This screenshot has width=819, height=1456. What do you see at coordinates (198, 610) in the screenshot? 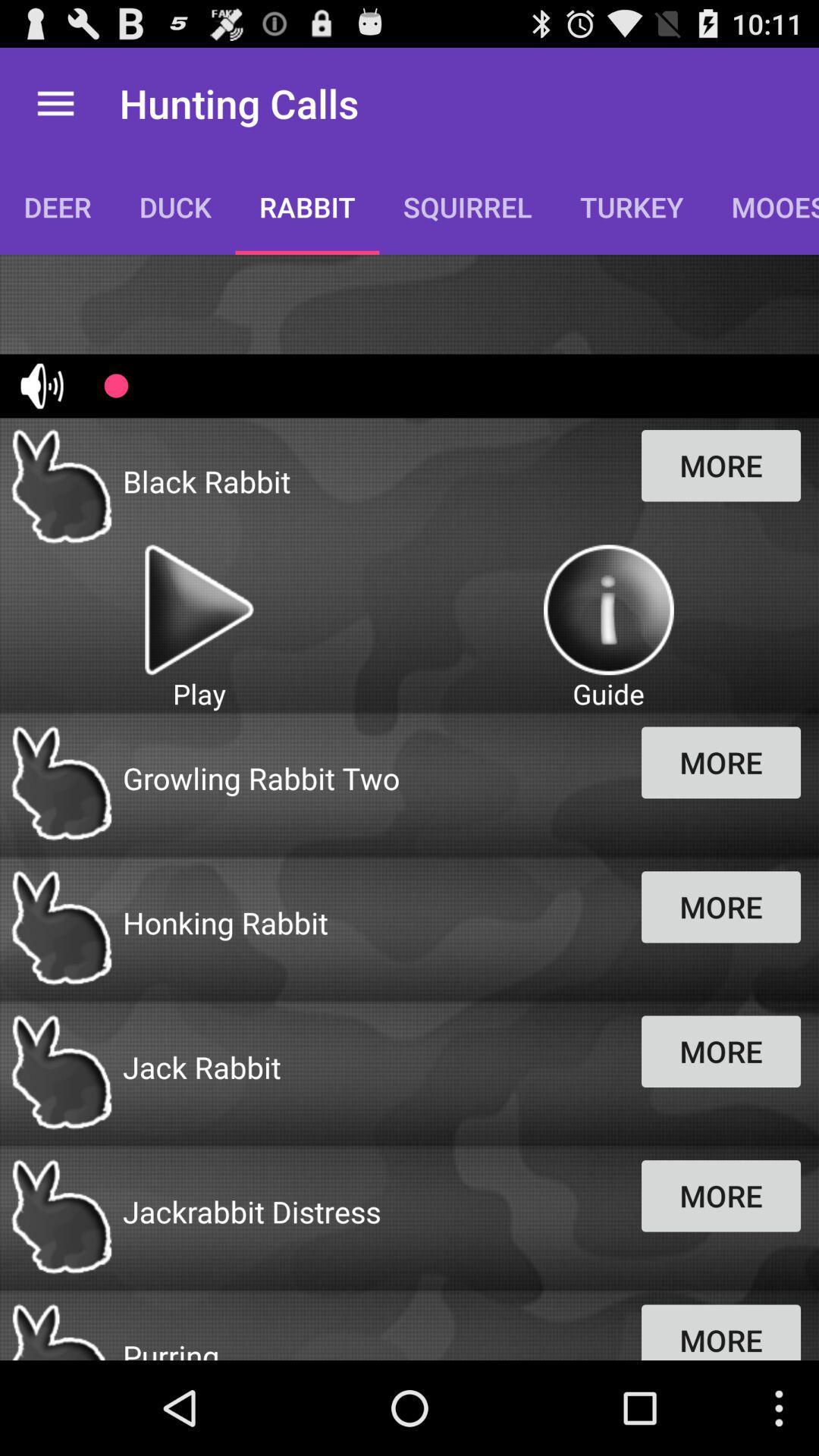
I see `audio` at bounding box center [198, 610].